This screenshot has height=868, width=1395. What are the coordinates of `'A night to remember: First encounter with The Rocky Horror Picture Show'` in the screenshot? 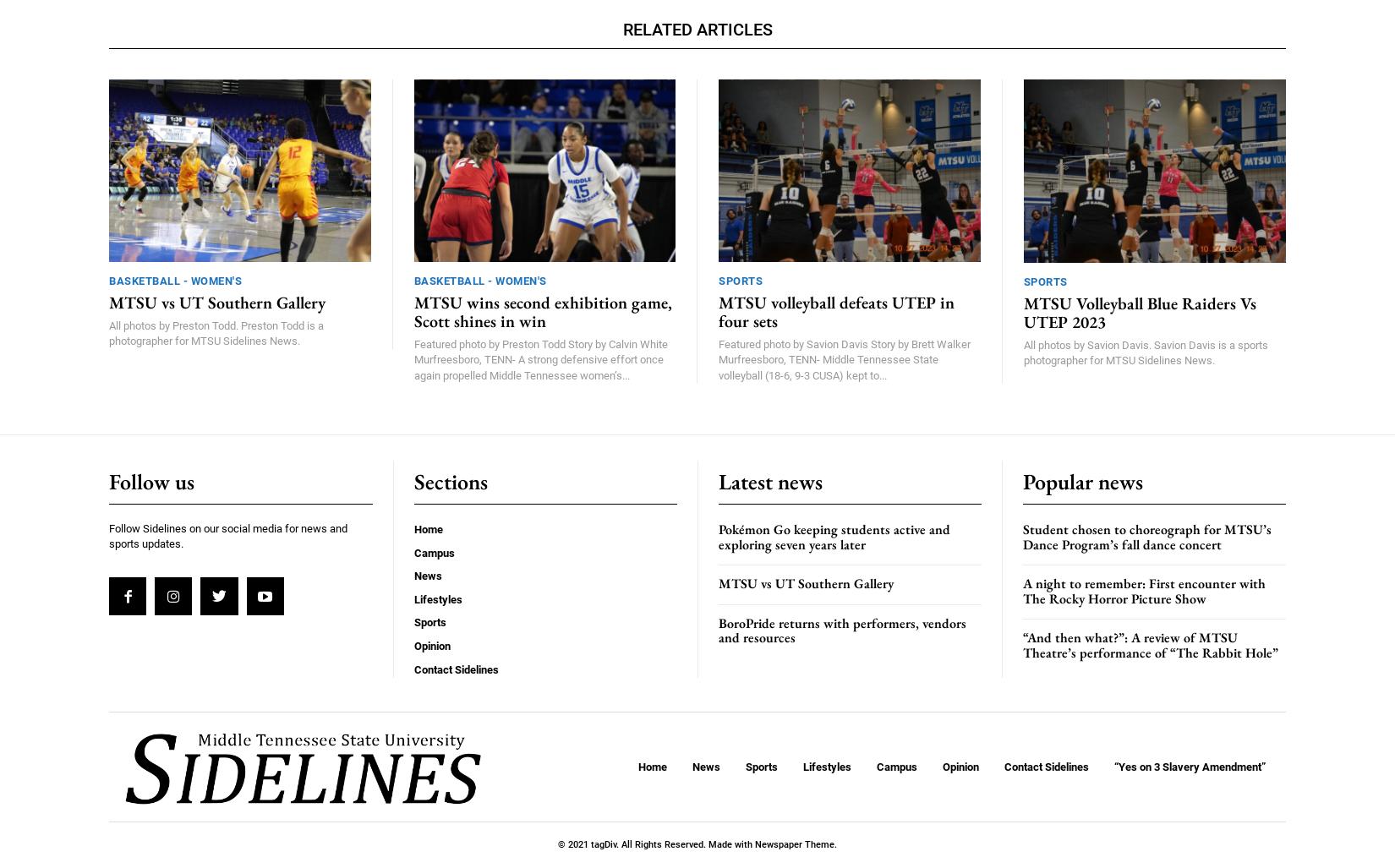 It's located at (1143, 590).